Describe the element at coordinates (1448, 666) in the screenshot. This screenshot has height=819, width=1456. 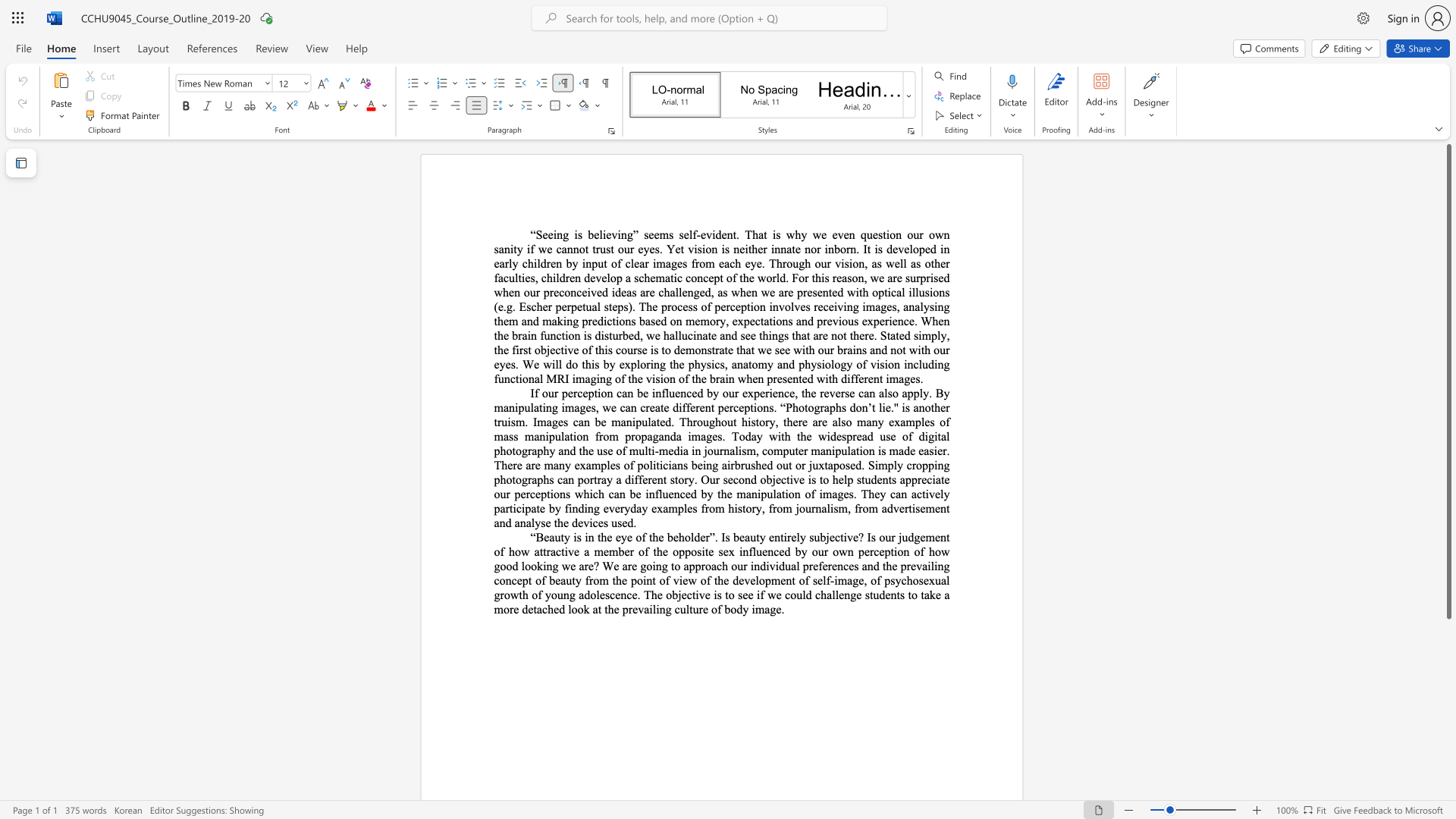
I see `the scrollbar on the right to move the page downward` at that location.